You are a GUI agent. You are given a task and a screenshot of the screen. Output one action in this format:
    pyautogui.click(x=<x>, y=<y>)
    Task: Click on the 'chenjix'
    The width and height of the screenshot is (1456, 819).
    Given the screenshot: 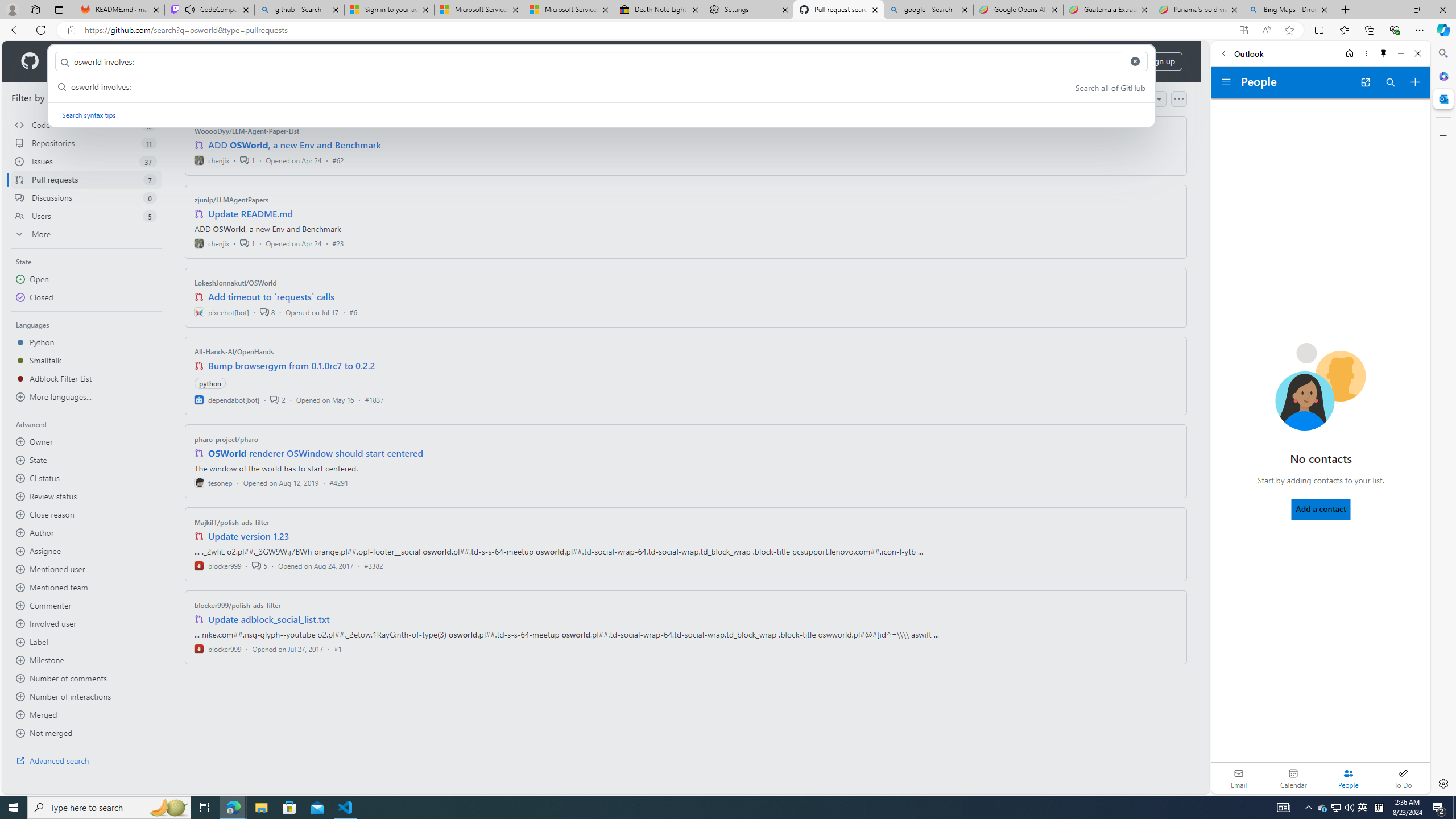 What is the action you would take?
    pyautogui.click(x=211, y=242)
    